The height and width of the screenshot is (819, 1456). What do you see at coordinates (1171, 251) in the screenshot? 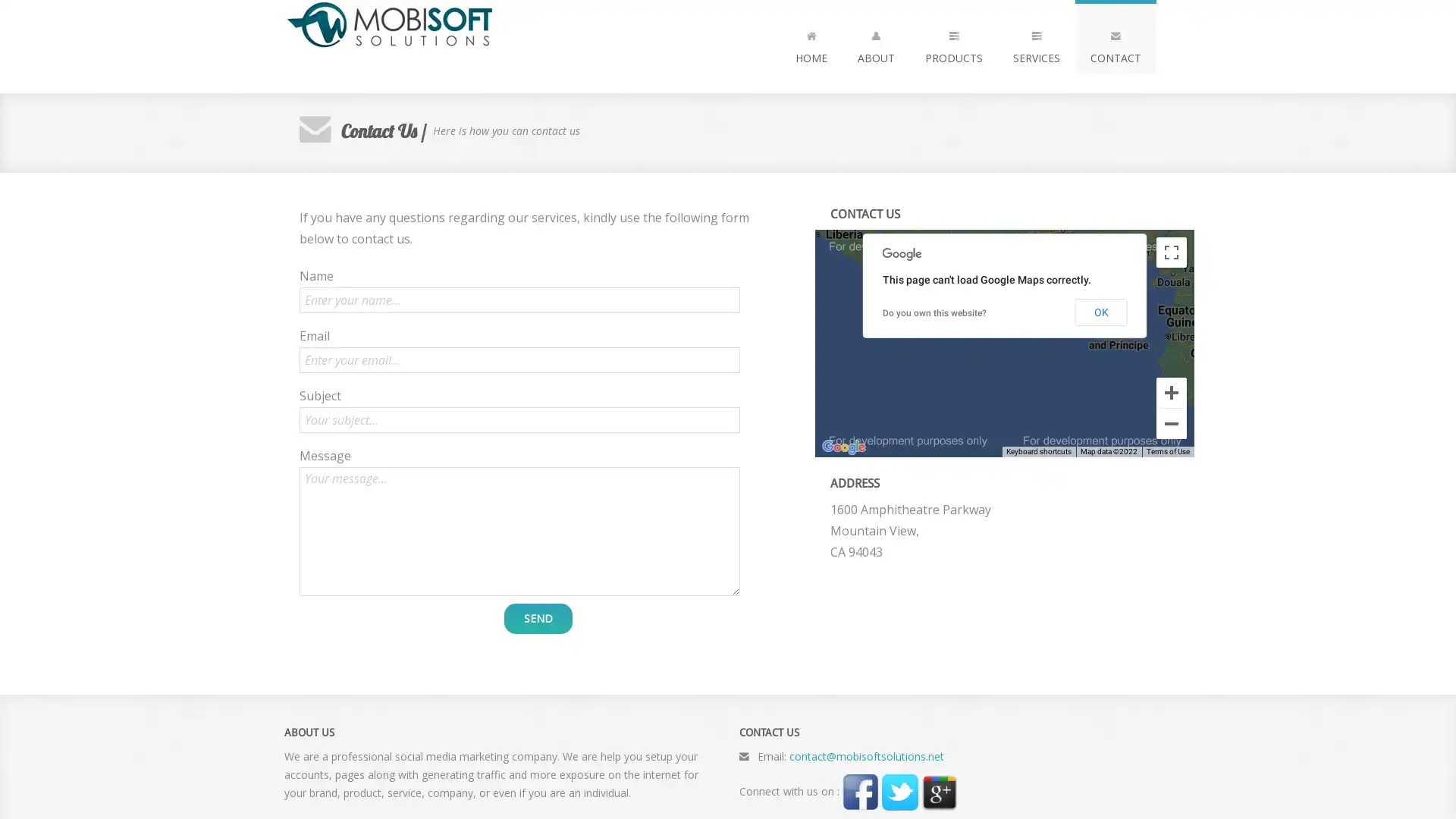
I see `Toggle fullscreen view` at bounding box center [1171, 251].